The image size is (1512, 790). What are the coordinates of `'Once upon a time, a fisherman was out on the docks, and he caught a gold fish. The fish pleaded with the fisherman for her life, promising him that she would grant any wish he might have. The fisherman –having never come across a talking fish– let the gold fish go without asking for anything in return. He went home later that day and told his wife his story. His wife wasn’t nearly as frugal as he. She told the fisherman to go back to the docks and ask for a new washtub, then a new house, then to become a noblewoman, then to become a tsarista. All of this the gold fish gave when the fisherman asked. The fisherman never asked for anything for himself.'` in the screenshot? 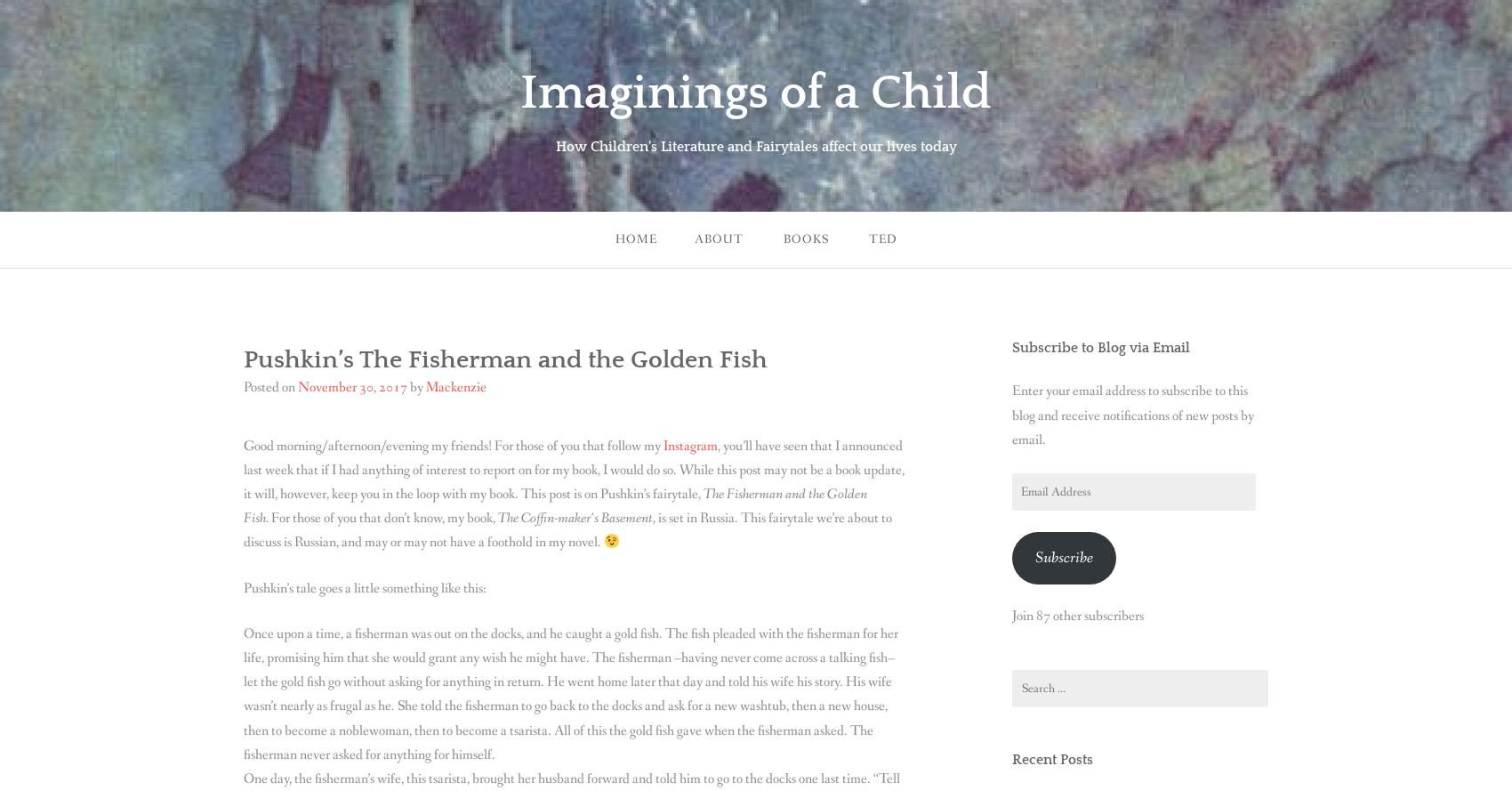 It's located at (244, 693).